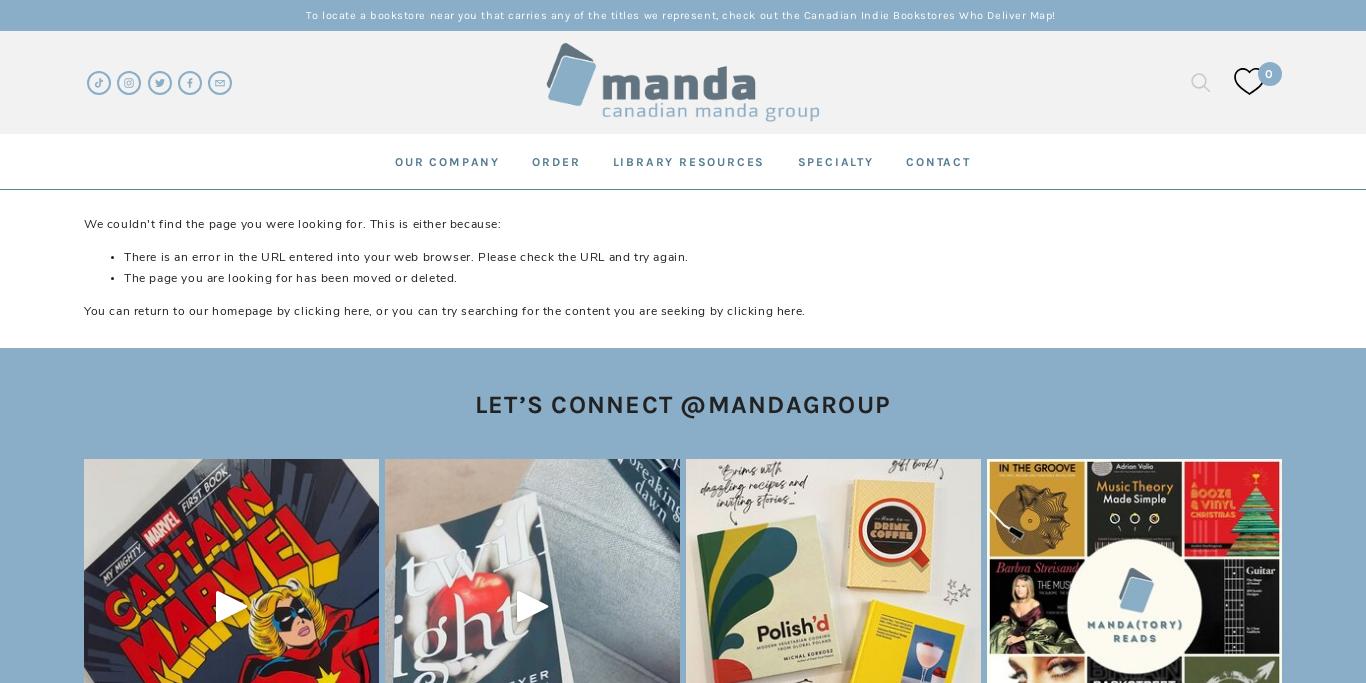 Image resolution: width=1366 pixels, height=683 pixels. I want to click on 'LET’S CONNECT @MANDAGROUP', so click(681, 402).